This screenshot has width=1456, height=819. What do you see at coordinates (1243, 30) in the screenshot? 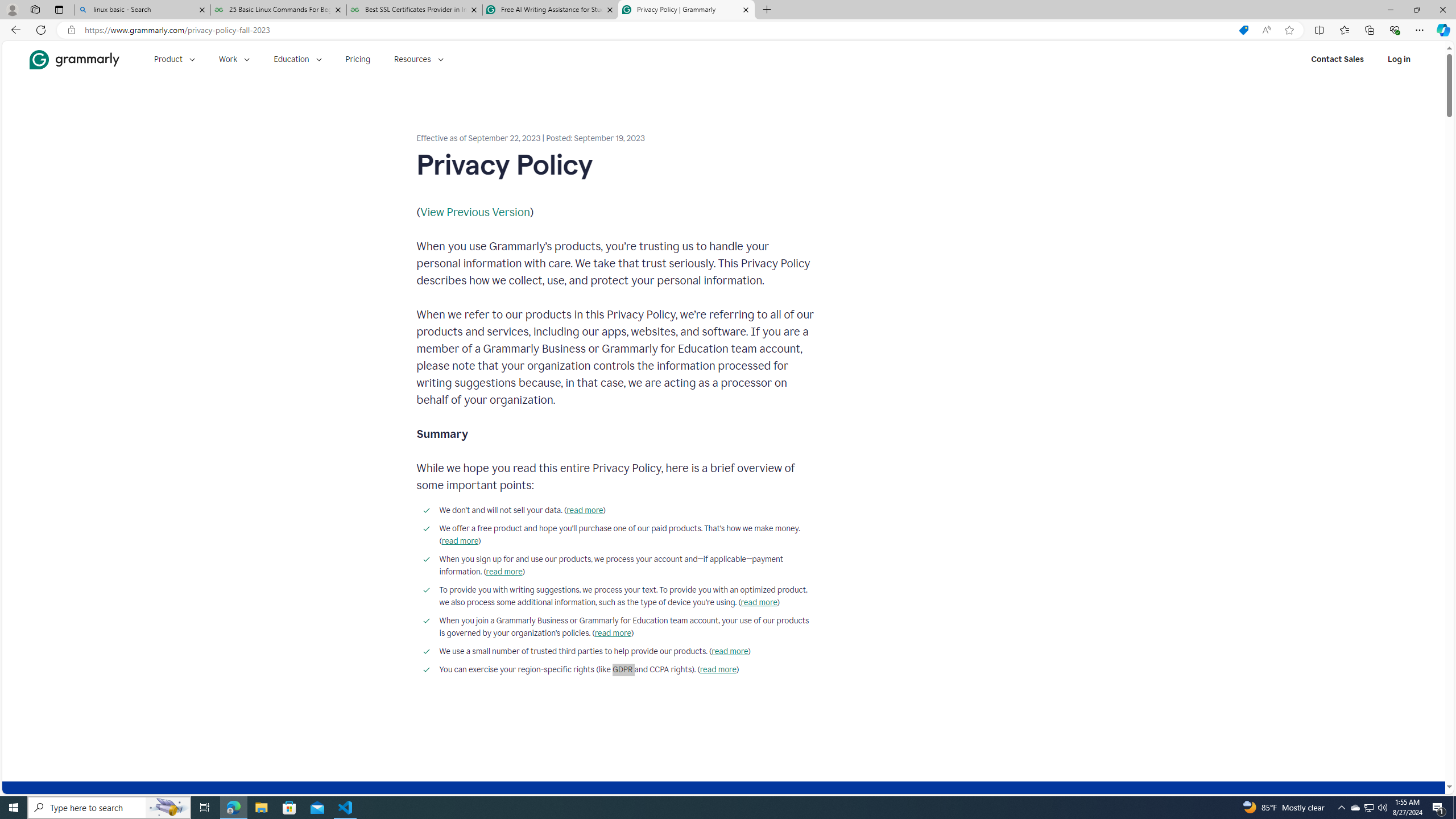
I see `'Shopping in Microsoft Edge'` at bounding box center [1243, 30].